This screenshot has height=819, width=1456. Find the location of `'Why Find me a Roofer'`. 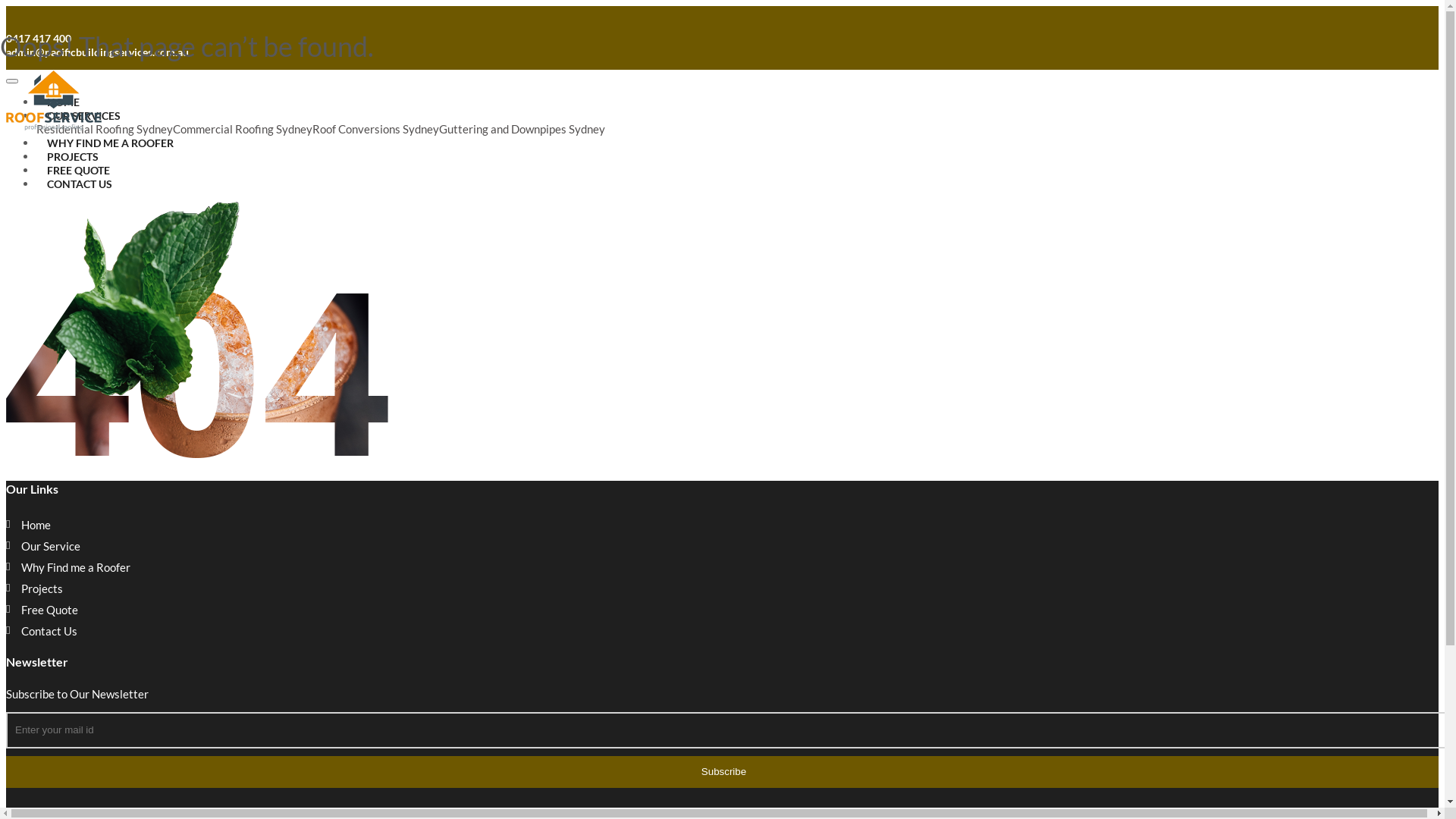

'Why Find me a Roofer' is located at coordinates (75, 567).